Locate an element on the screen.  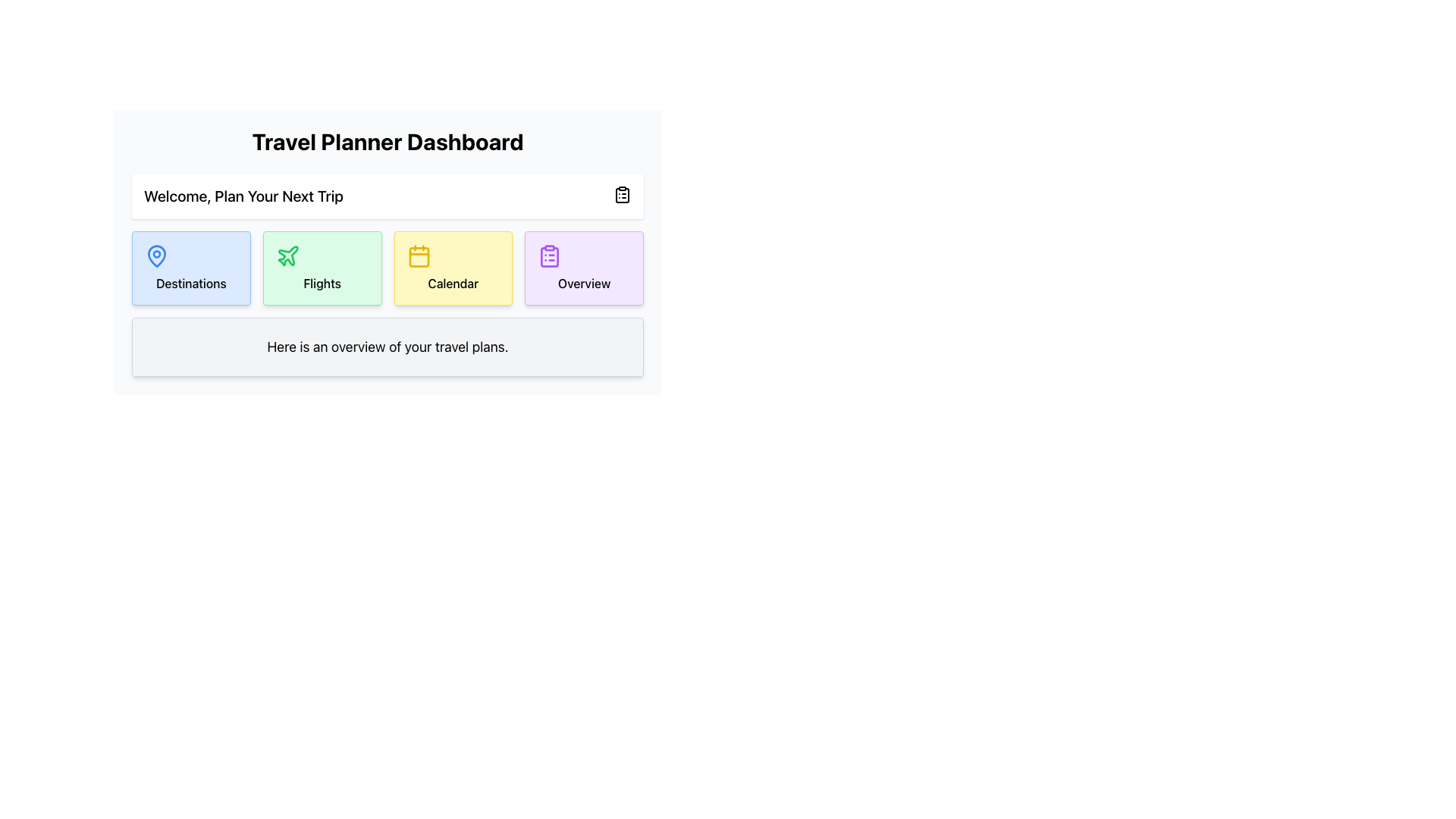
text label displaying 'Calendar' which is styled with a medium font weight and is located within a distinct yellow background is located at coordinates (452, 284).